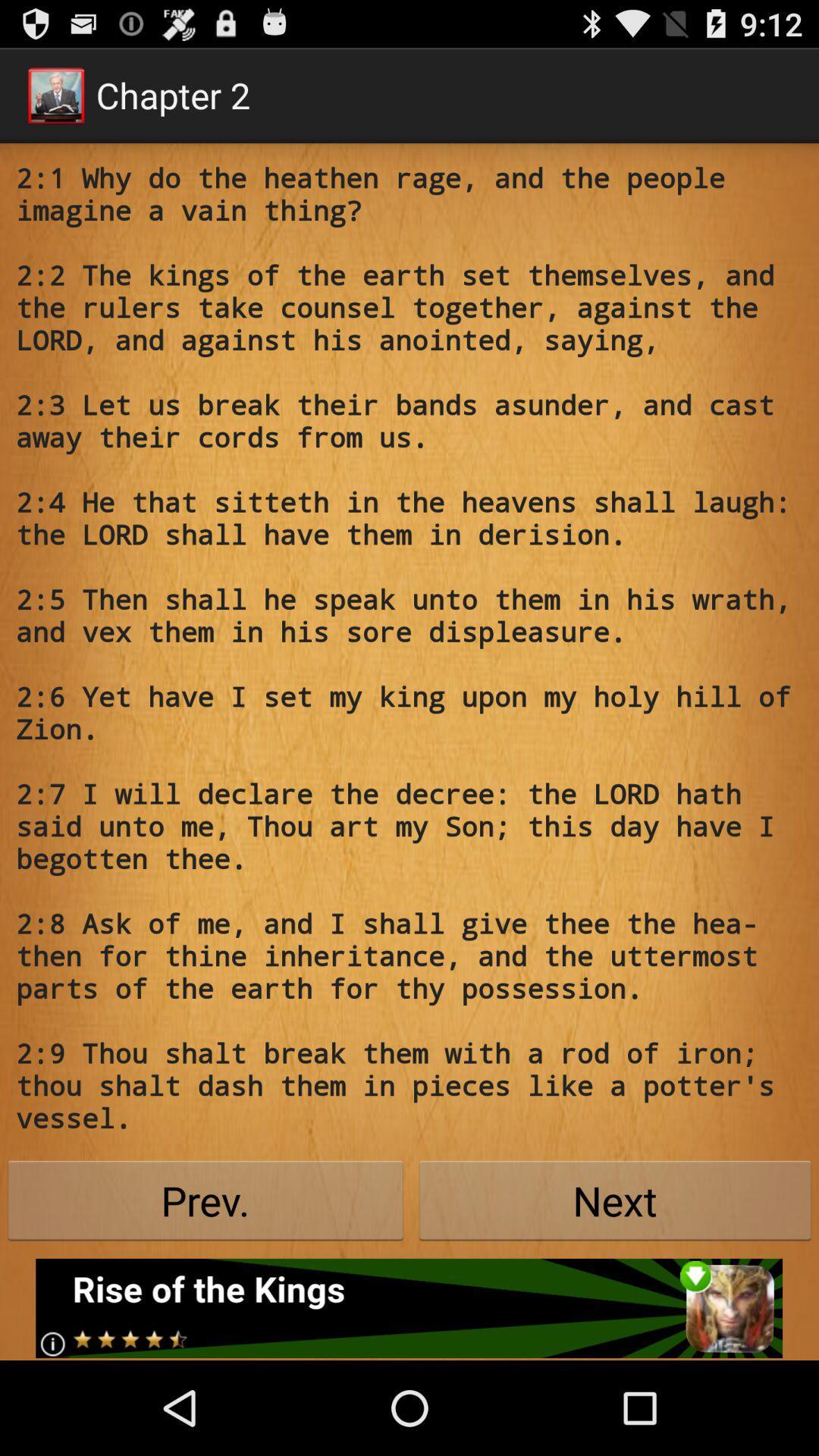  Describe the element at coordinates (408, 1307) in the screenshot. I see `advertisement` at that location.